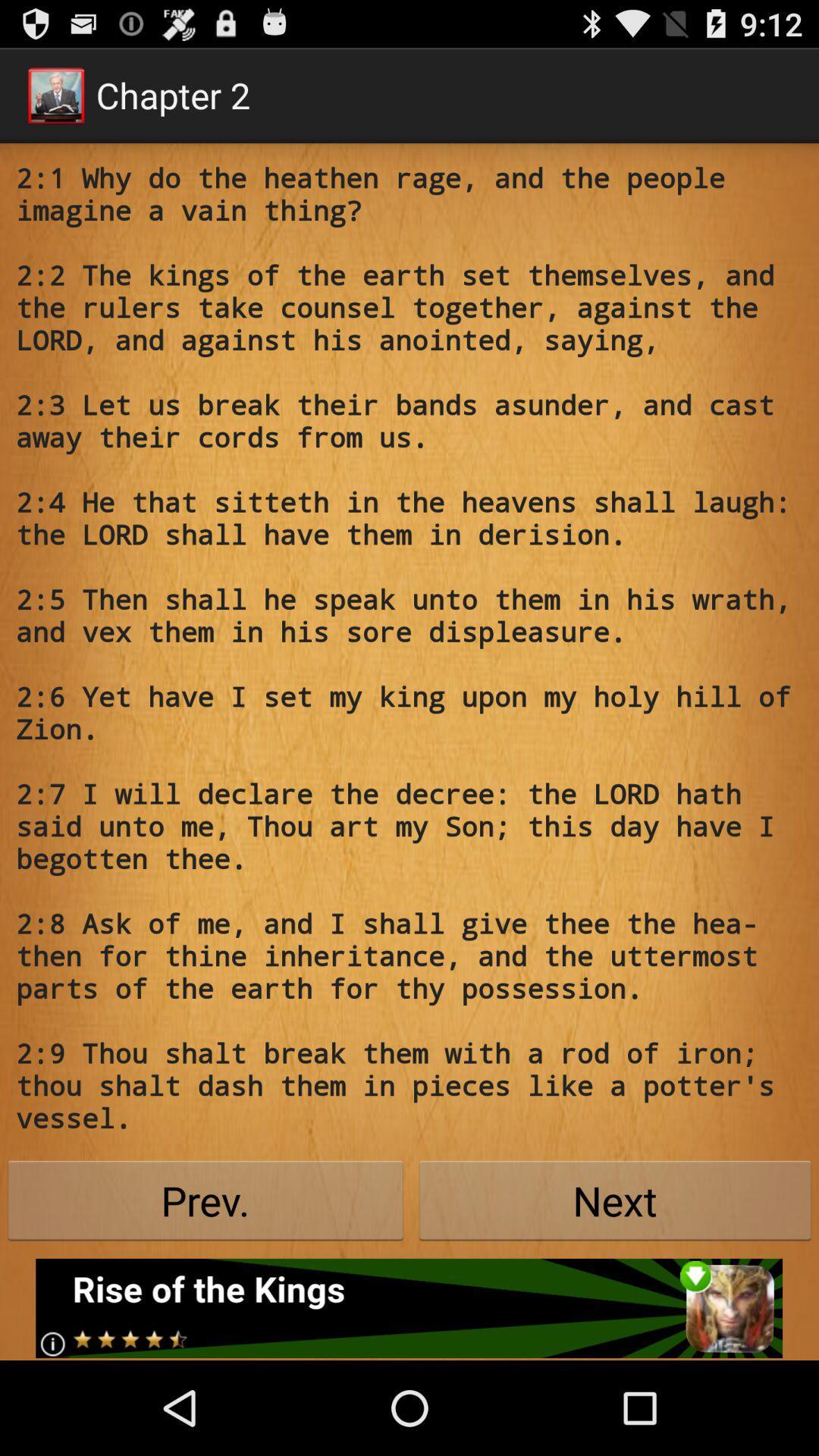  Describe the element at coordinates (408, 1307) in the screenshot. I see `advertisement` at that location.